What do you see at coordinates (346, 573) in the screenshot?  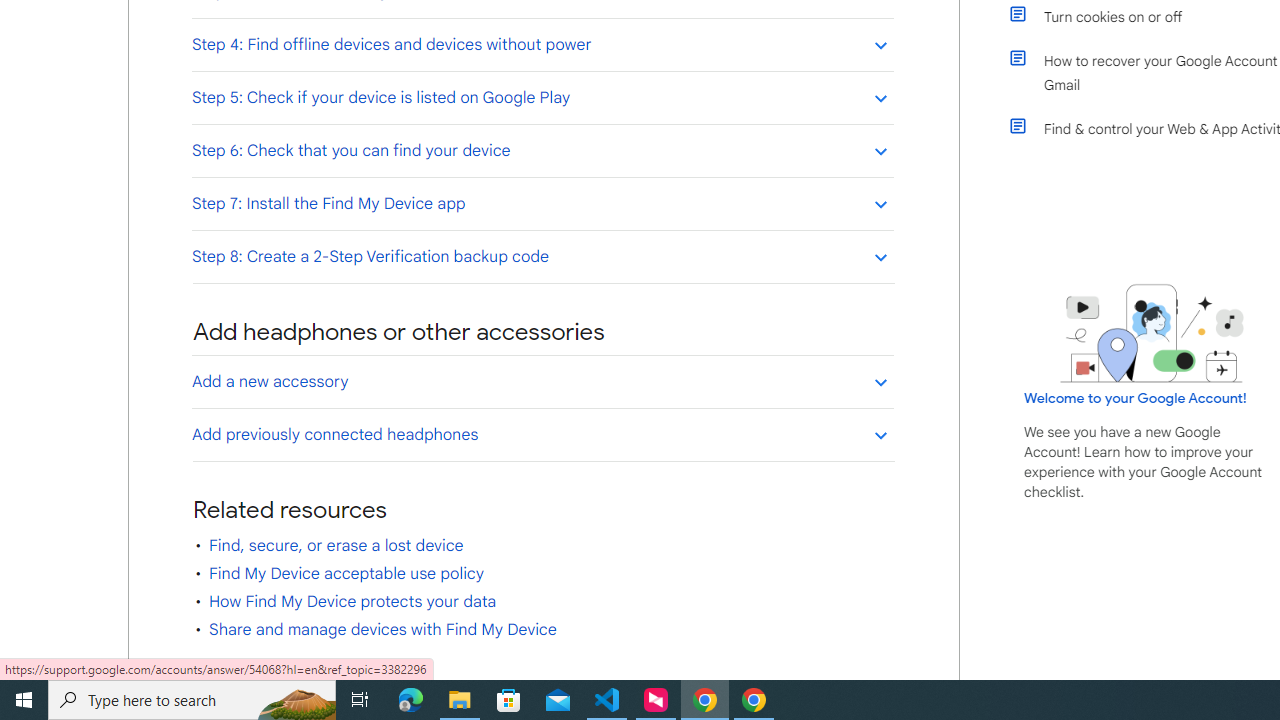 I see `'Find My Device acceptable use policy'` at bounding box center [346, 573].